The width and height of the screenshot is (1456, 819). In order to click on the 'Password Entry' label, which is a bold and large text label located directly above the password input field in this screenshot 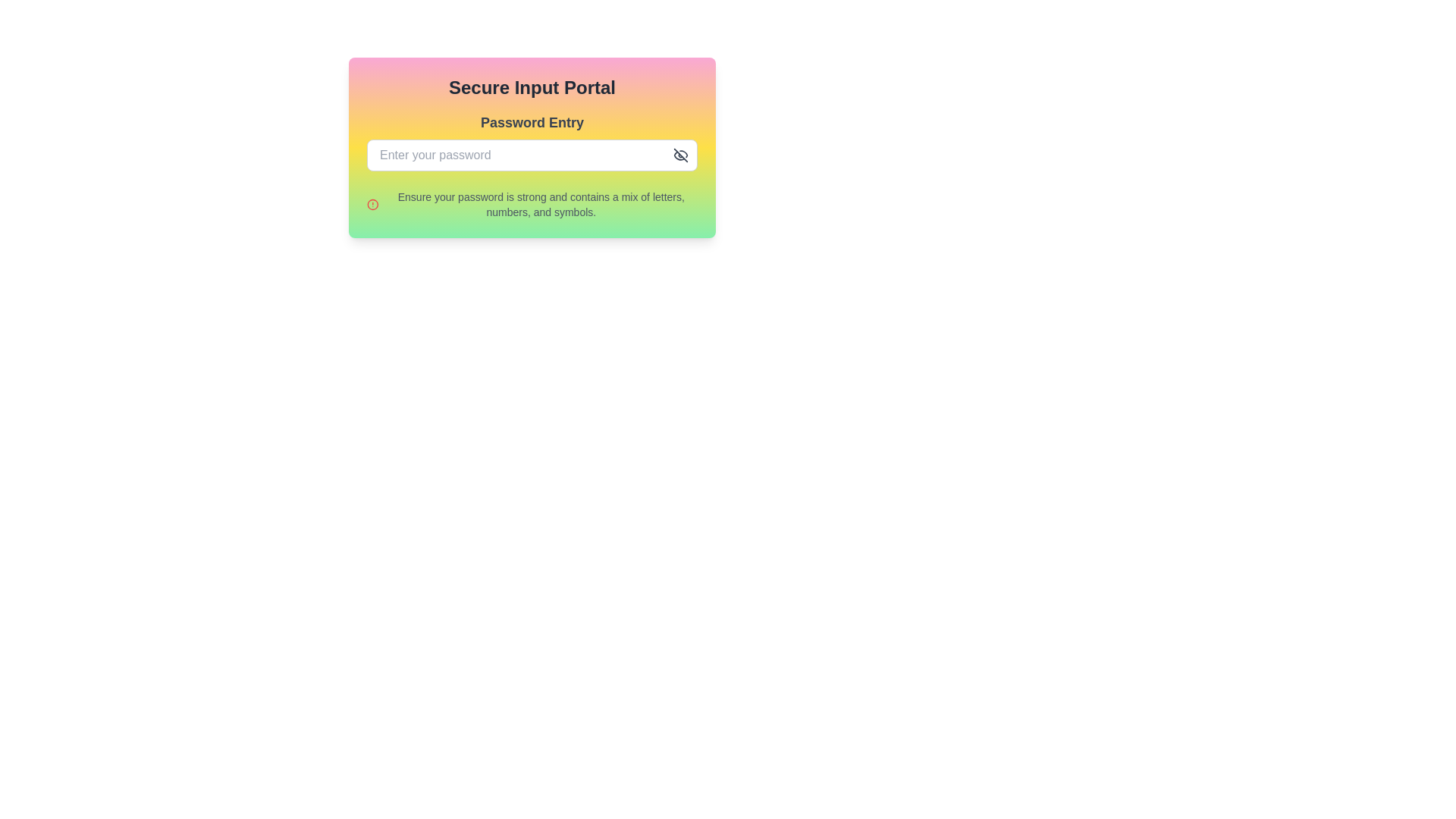, I will do `click(532, 122)`.